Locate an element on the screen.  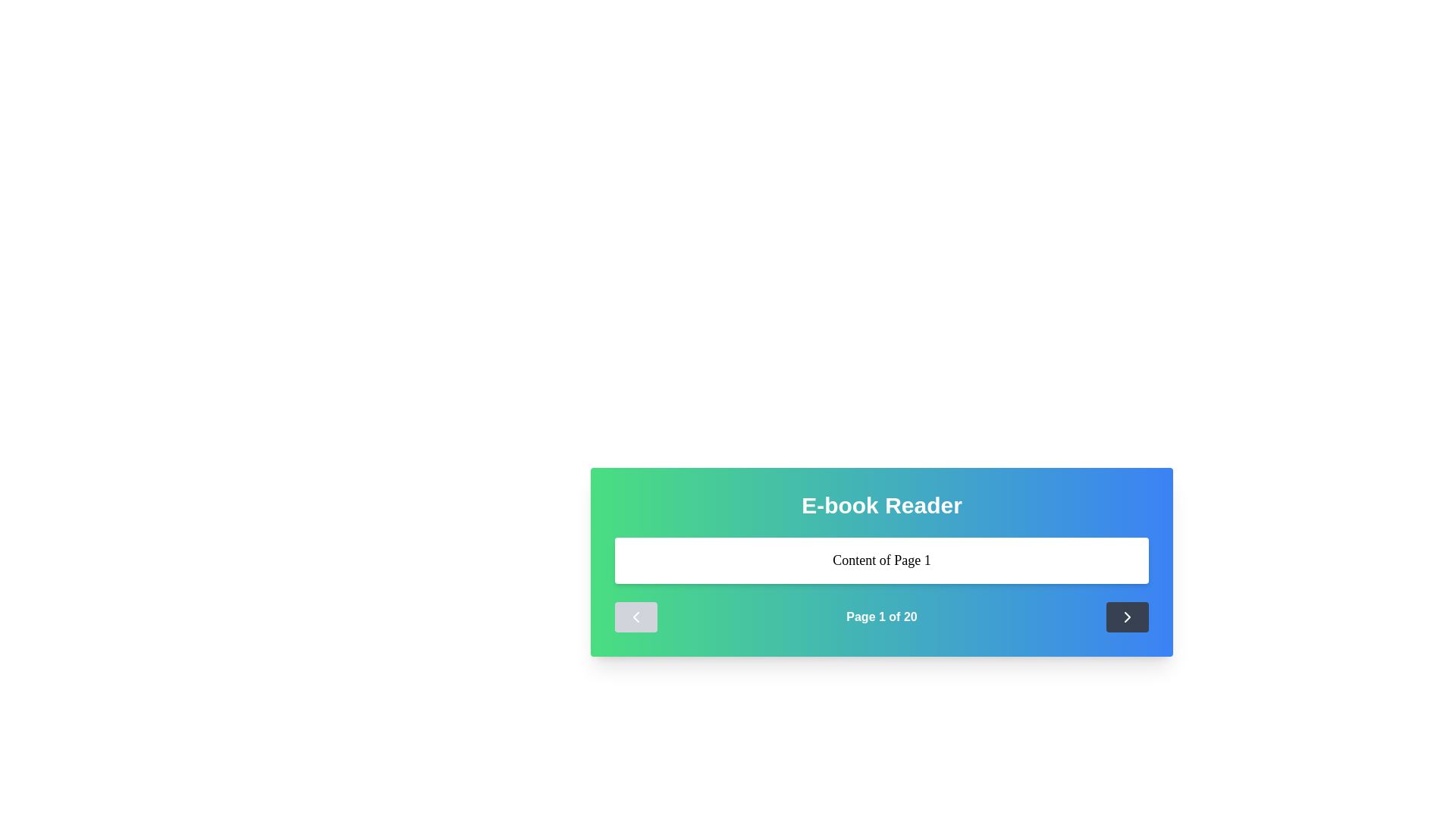
the icon located in the dark rectangular button at the bottom-right corner of the interface to initiate keyboard navigation is located at coordinates (1128, 617).